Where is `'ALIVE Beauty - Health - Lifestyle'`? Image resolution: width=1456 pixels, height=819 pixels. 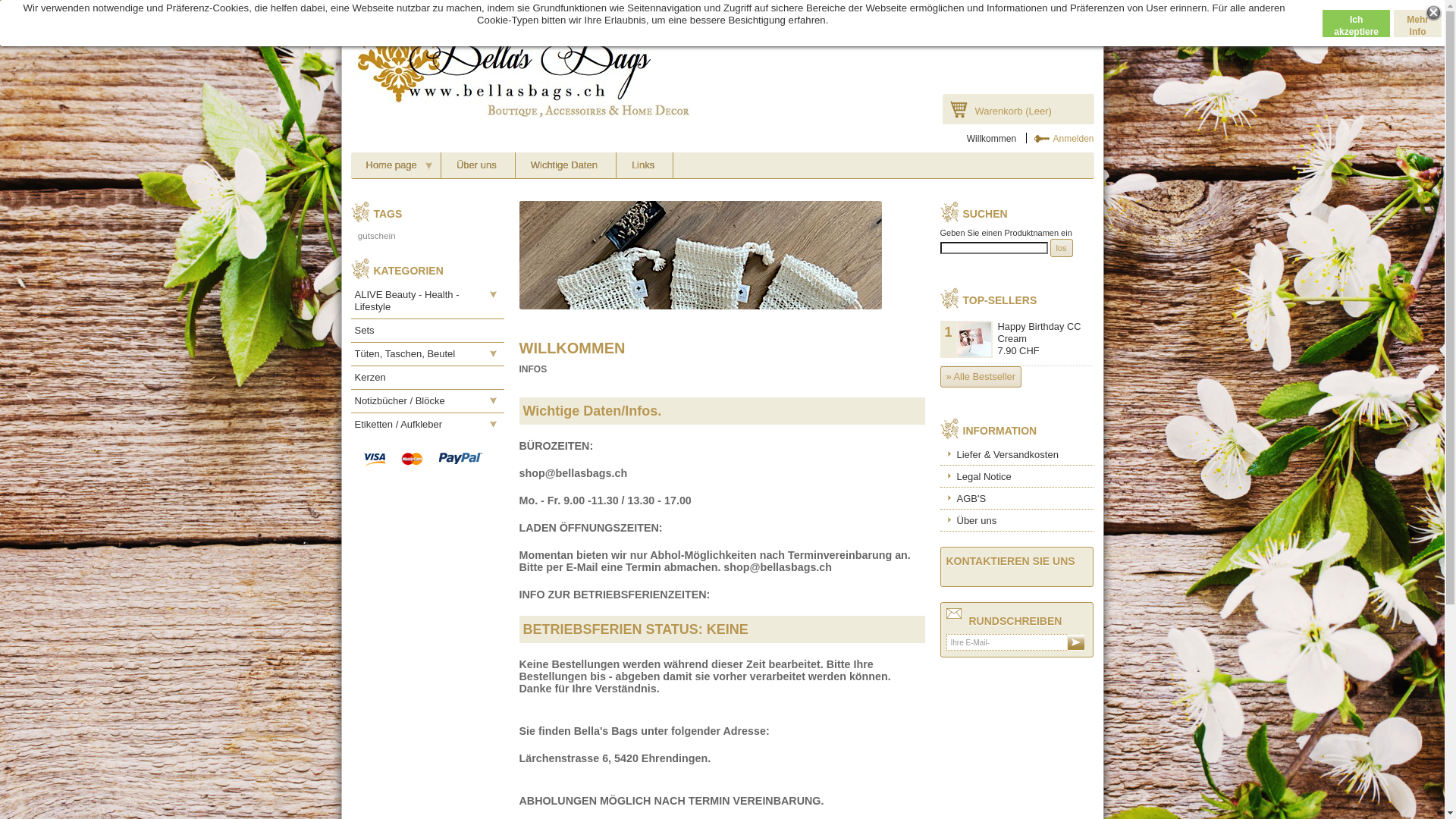 'ALIVE Beauty - Health - Lifestyle' is located at coordinates (349, 301).